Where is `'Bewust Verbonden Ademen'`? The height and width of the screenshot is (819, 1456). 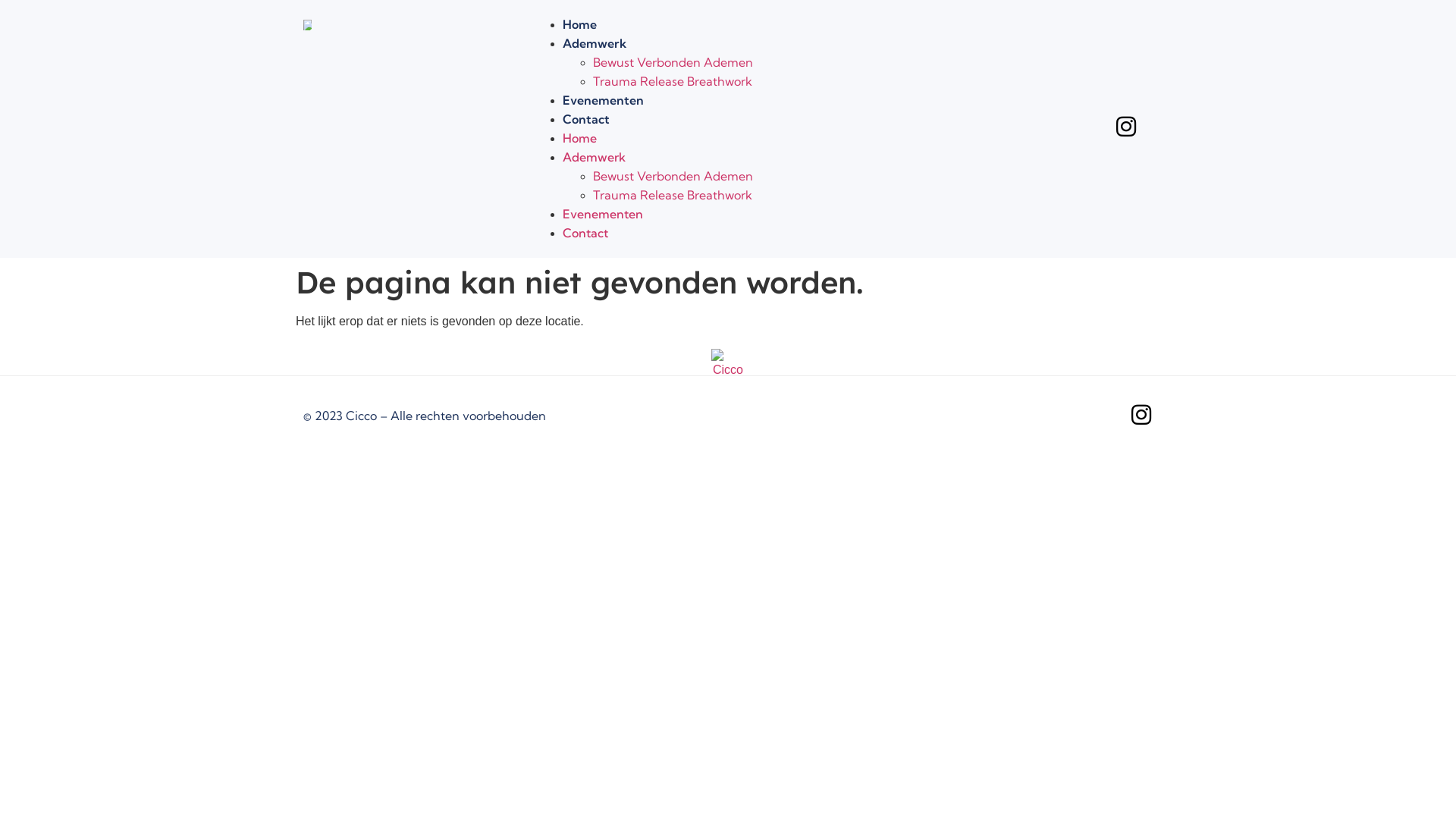
'Bewust Verbonden Ademen' is located at coordinates (592, 61).